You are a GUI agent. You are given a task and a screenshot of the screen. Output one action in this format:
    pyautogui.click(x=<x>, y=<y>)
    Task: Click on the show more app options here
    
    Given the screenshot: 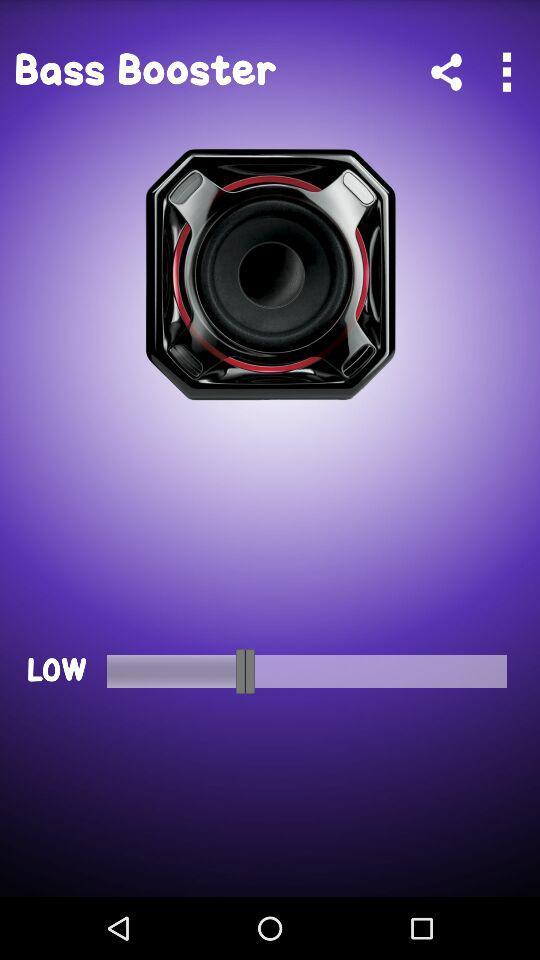 What is the action you would take?
    pyautogui.click(x=505, y=72)
    